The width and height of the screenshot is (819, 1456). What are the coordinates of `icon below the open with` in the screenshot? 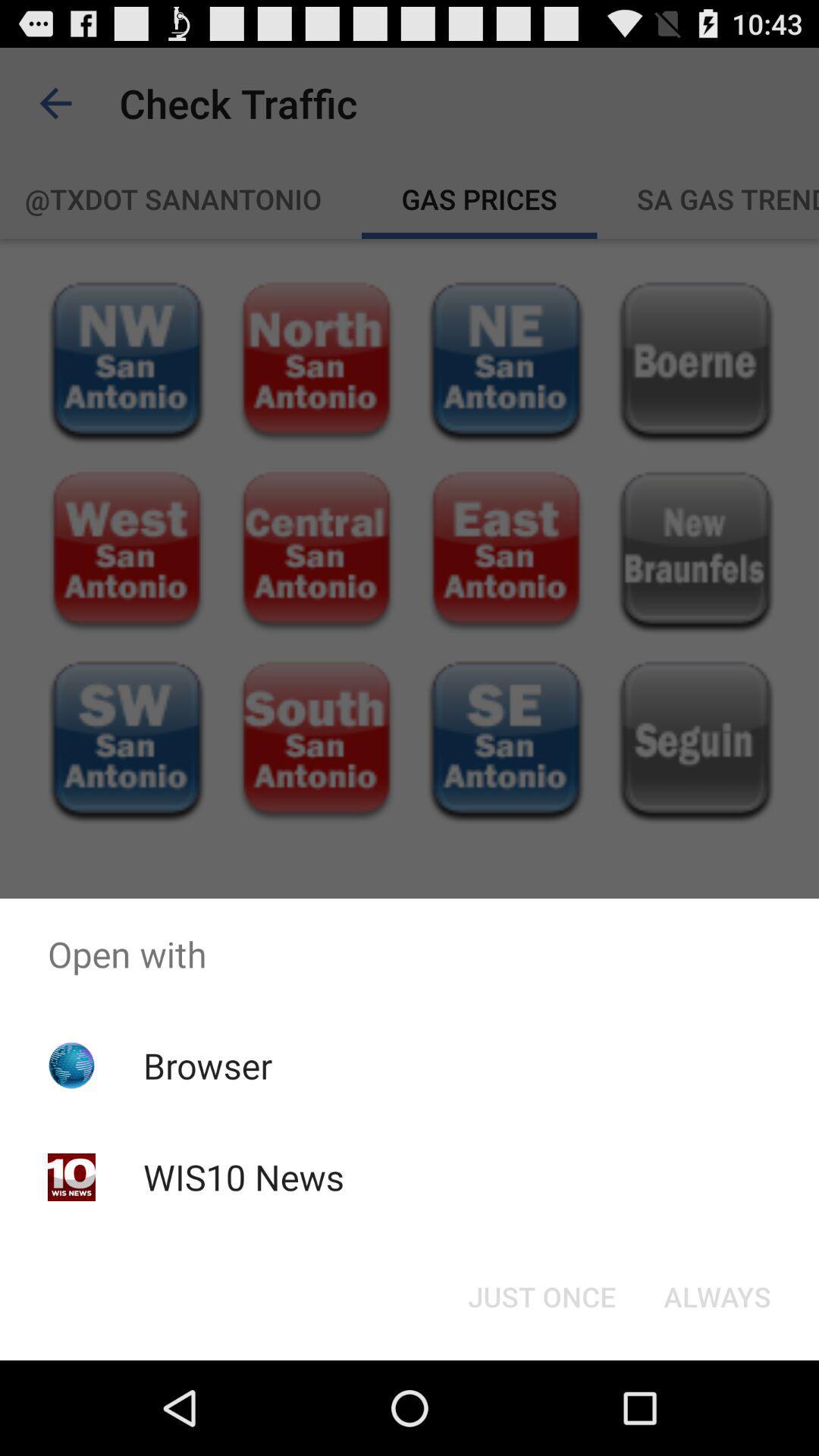 It's located at (541, 1295).